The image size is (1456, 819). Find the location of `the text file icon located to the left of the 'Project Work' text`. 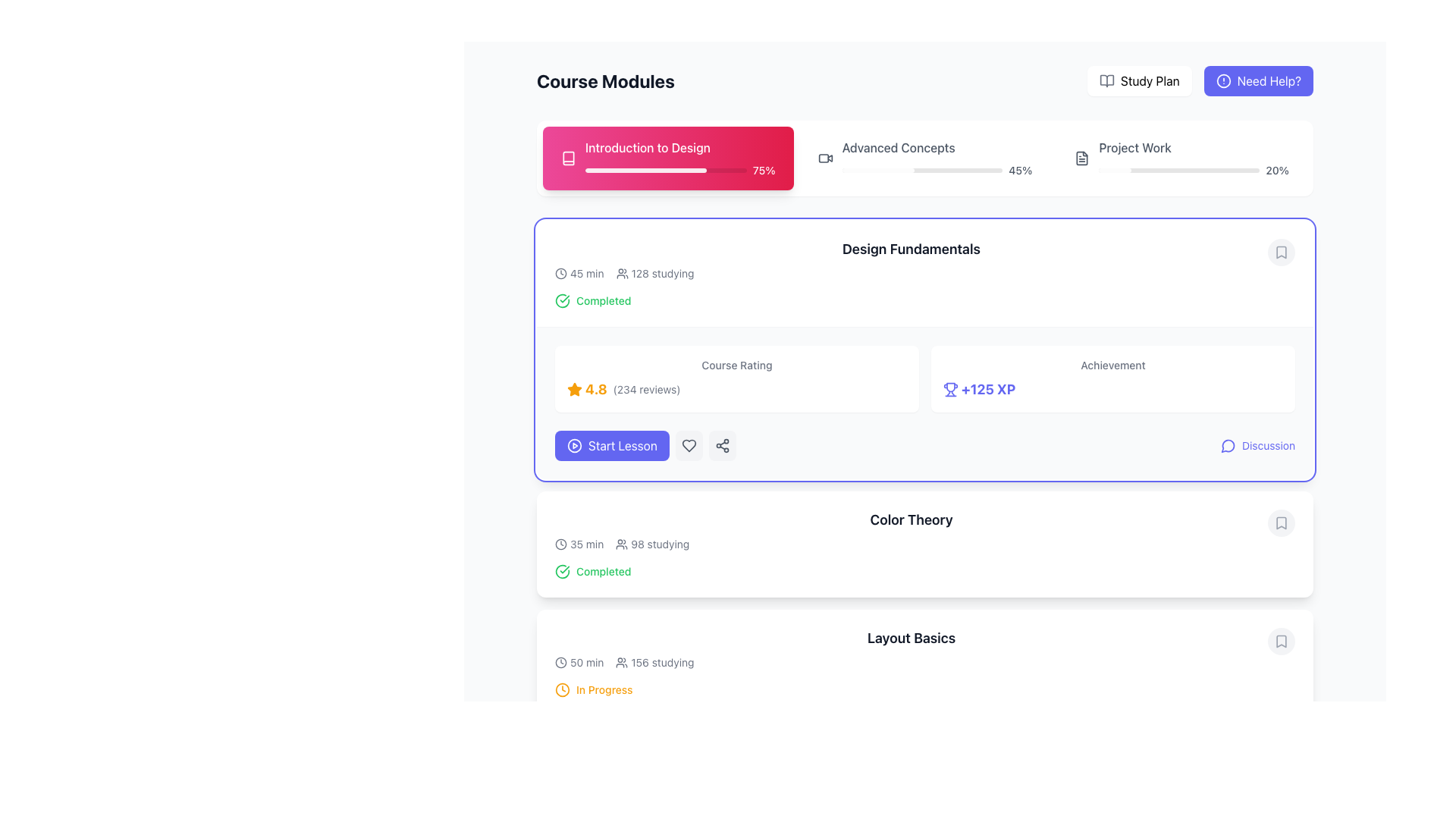

the text file icon located to the left of the 'Project Work' text is located at coordinates (1081, 158).